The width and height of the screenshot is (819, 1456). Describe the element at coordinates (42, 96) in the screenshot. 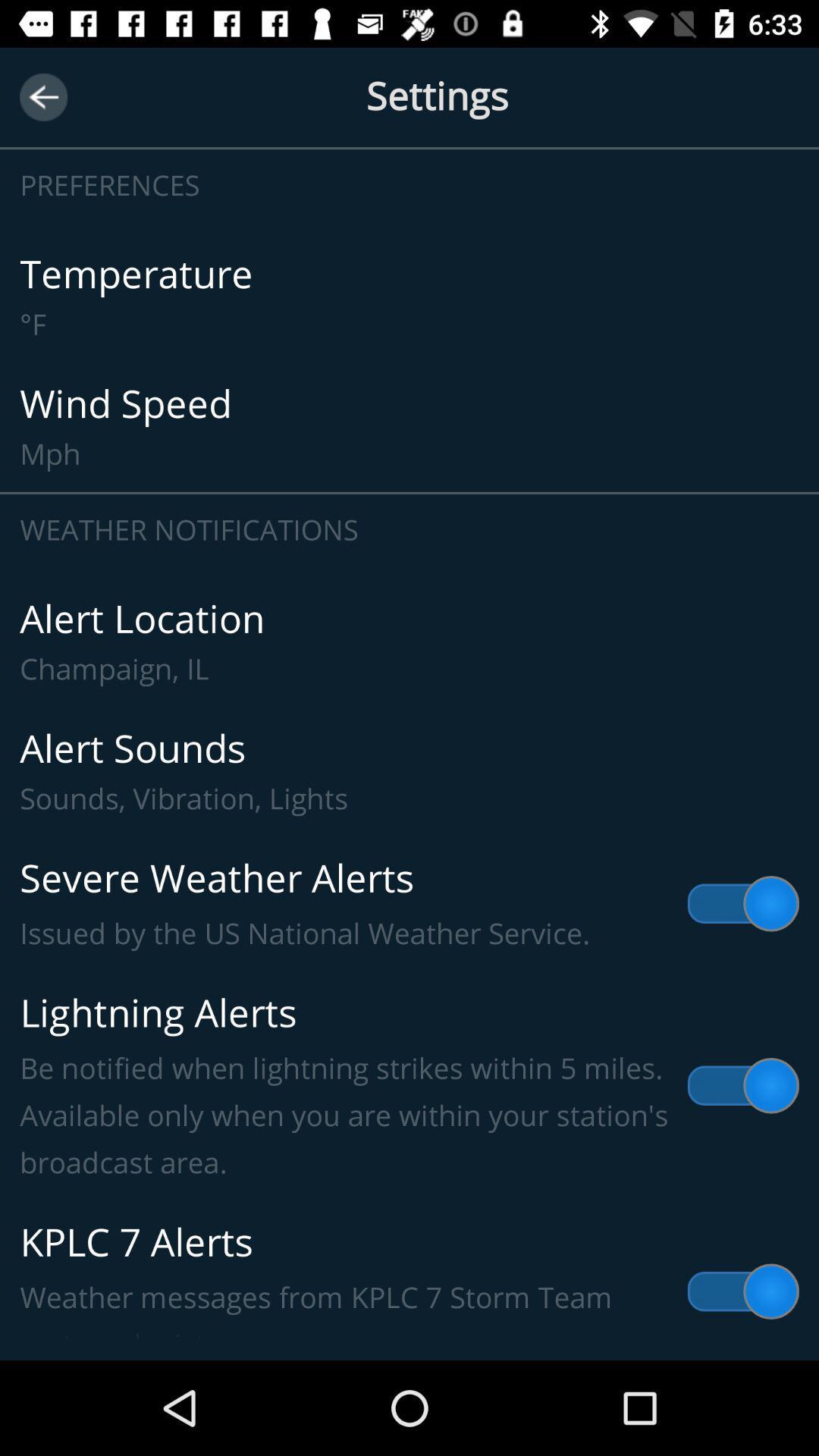

I see `the arrow_backward icon` at that location.